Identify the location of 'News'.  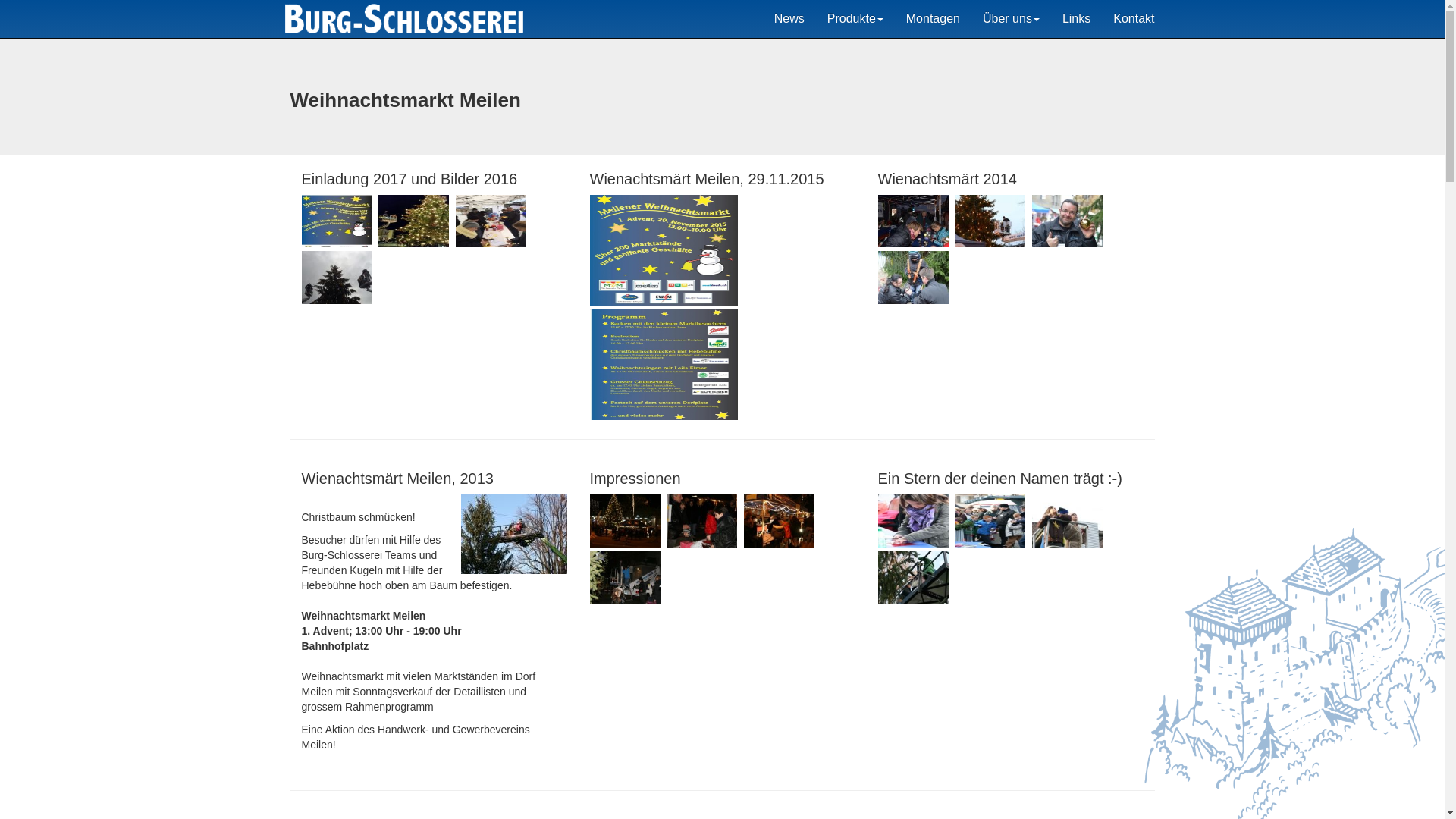
(789, 18).